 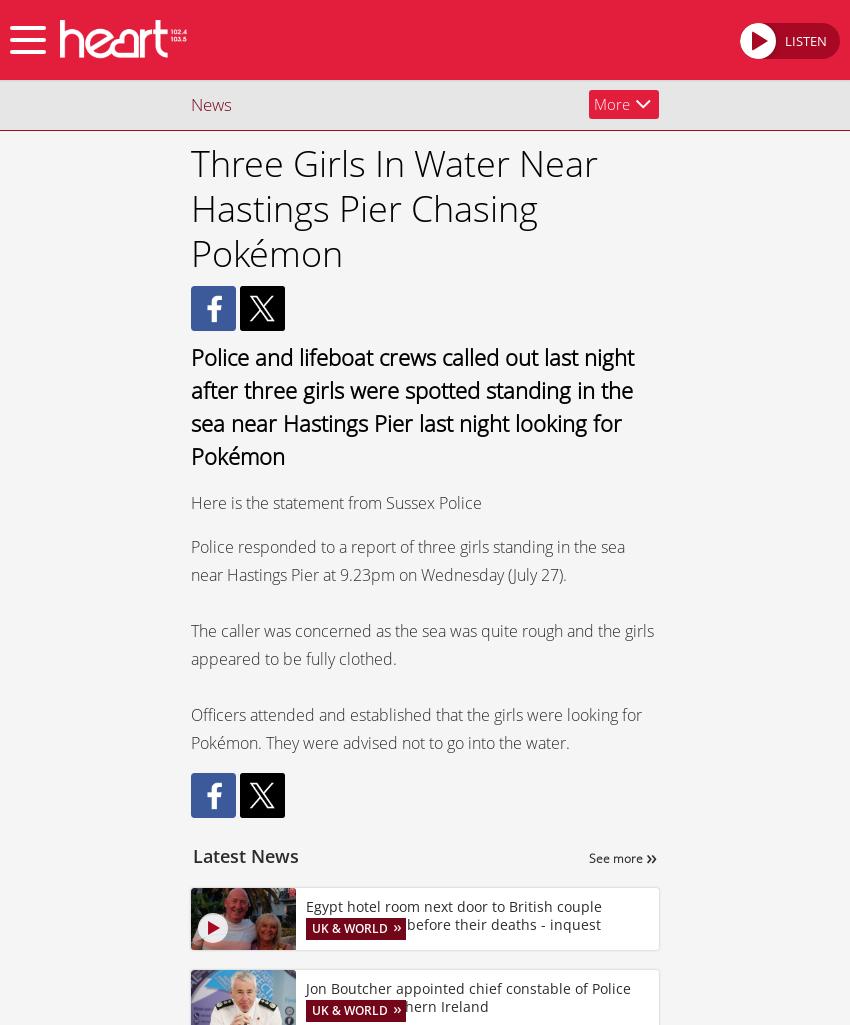 What do you see at coordinates (412, 406) in the screenshot?
I see `'Police and lifeboat crews called out last night after three girls were spotted standing in the sea near Hastings Pier last night looking for Pokémon'` at bounding box center [412, 406].